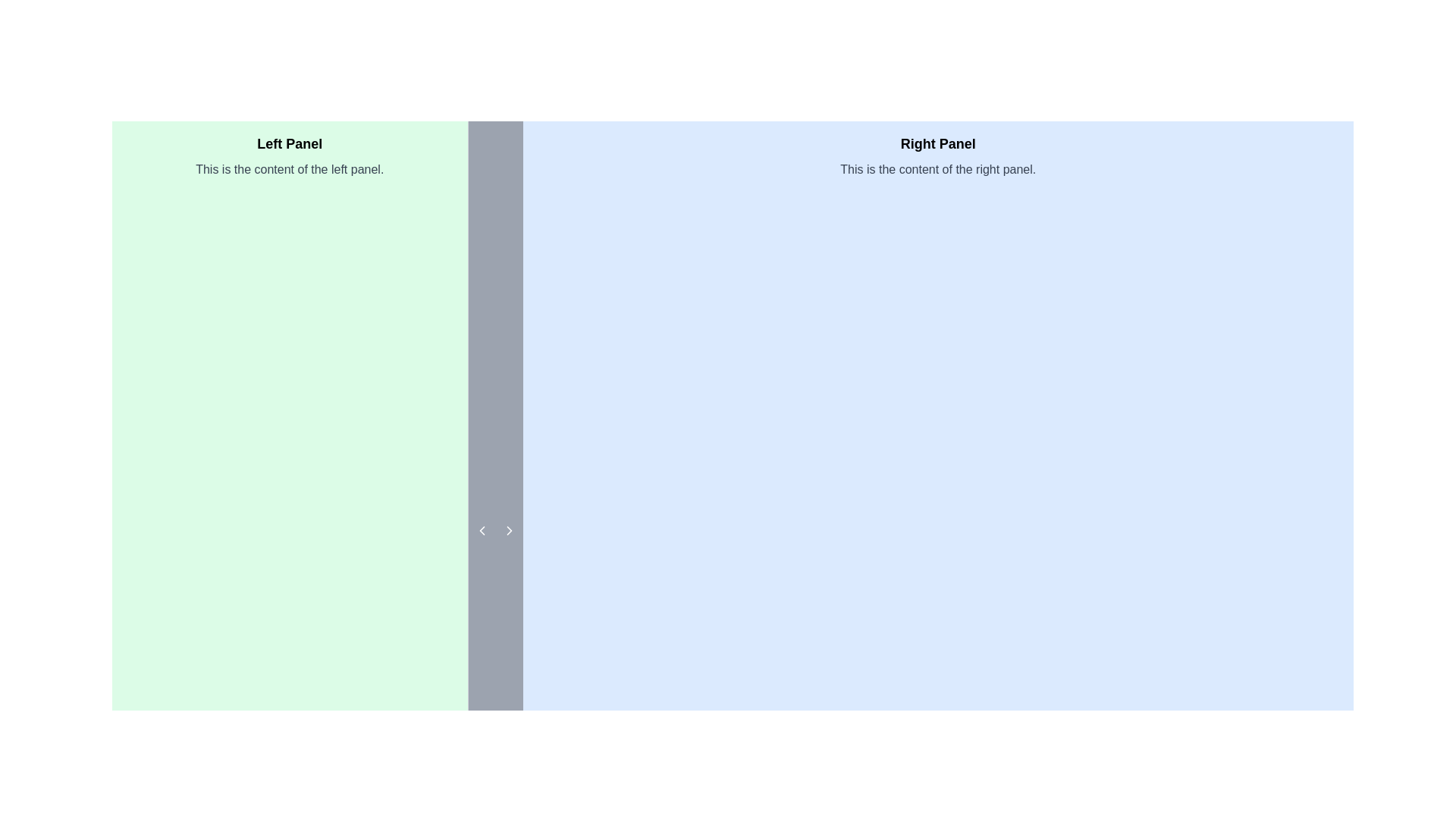 The image size is (1456, 819). I want to click on the right-pointing chevron icon button, which serves as a navigation control allowing users to slide to the right panel, so click(509, 529).